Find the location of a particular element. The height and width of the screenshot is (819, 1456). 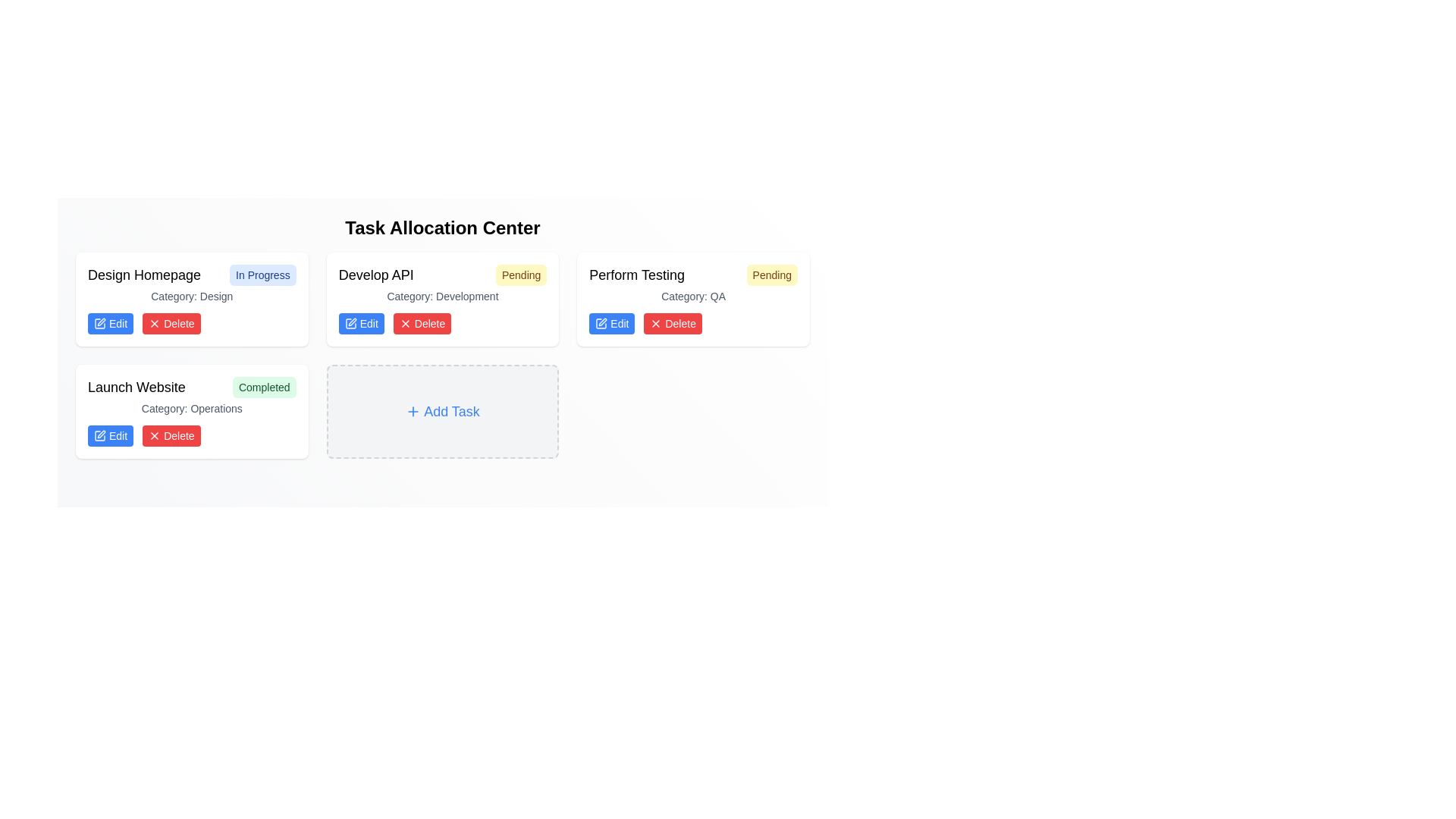

the 'X' icon within the 'Delete' button located under the task labeled 'Develop API' in the task dashboard layout to potentially view a tooltip or visual effect is located at coordinates (656, 323).